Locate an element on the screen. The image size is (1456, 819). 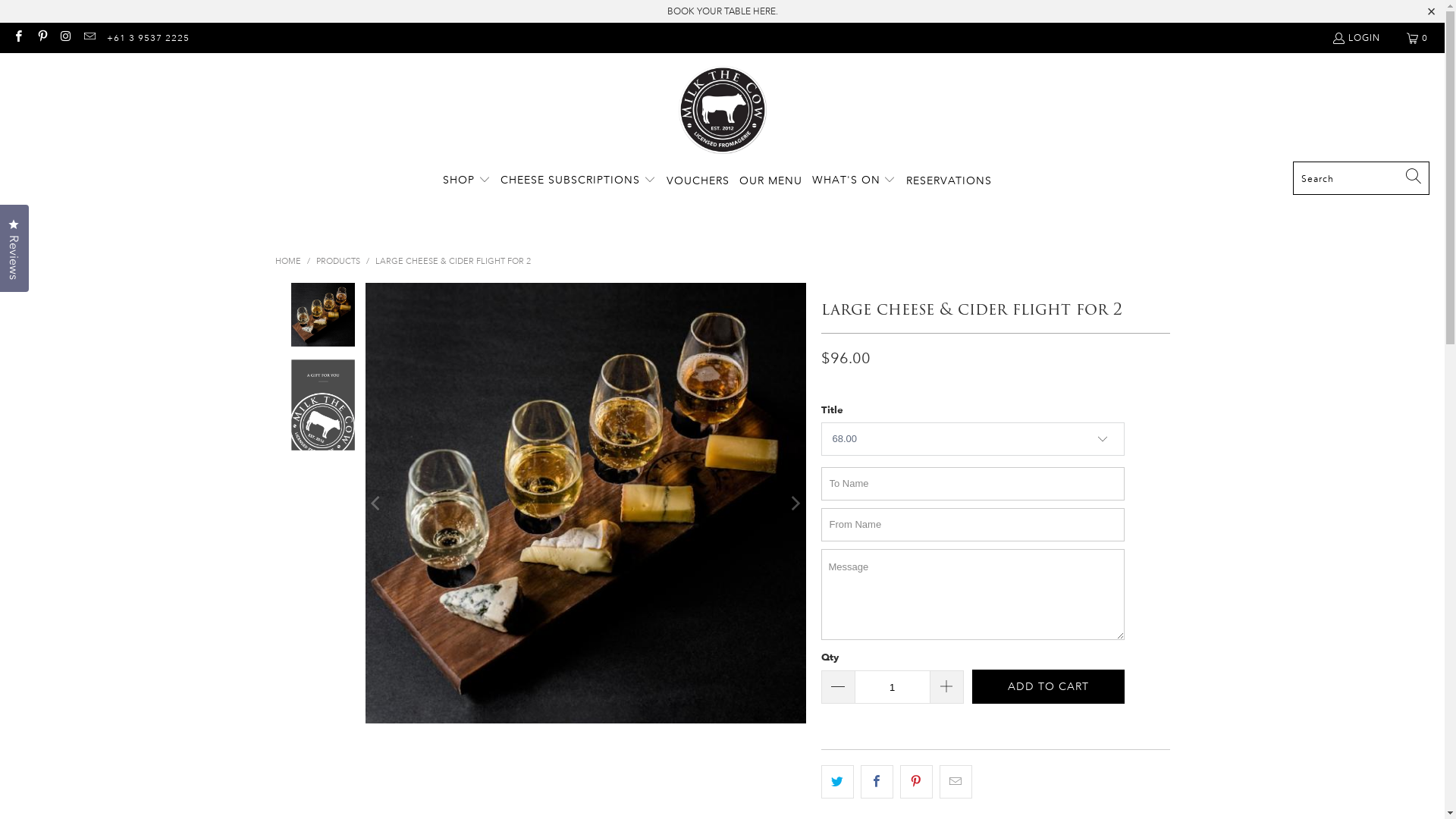
'Milk the Cow Licensed Fromagerie on Instagram' is located at coordinates (58, 36).